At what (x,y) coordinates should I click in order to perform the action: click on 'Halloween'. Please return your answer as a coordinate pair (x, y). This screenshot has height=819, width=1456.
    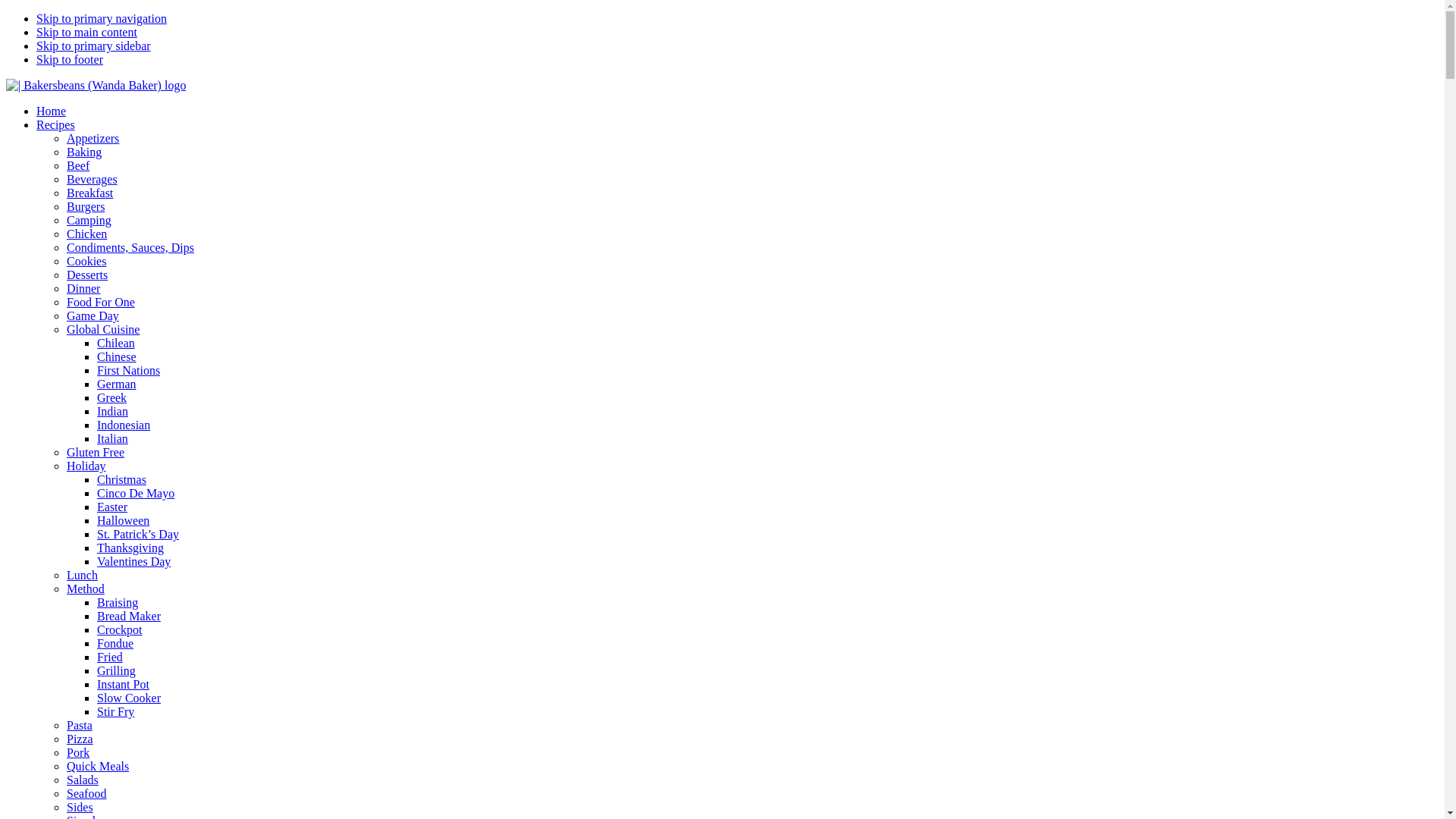
    Looking at the image, I should click on (123, 519).